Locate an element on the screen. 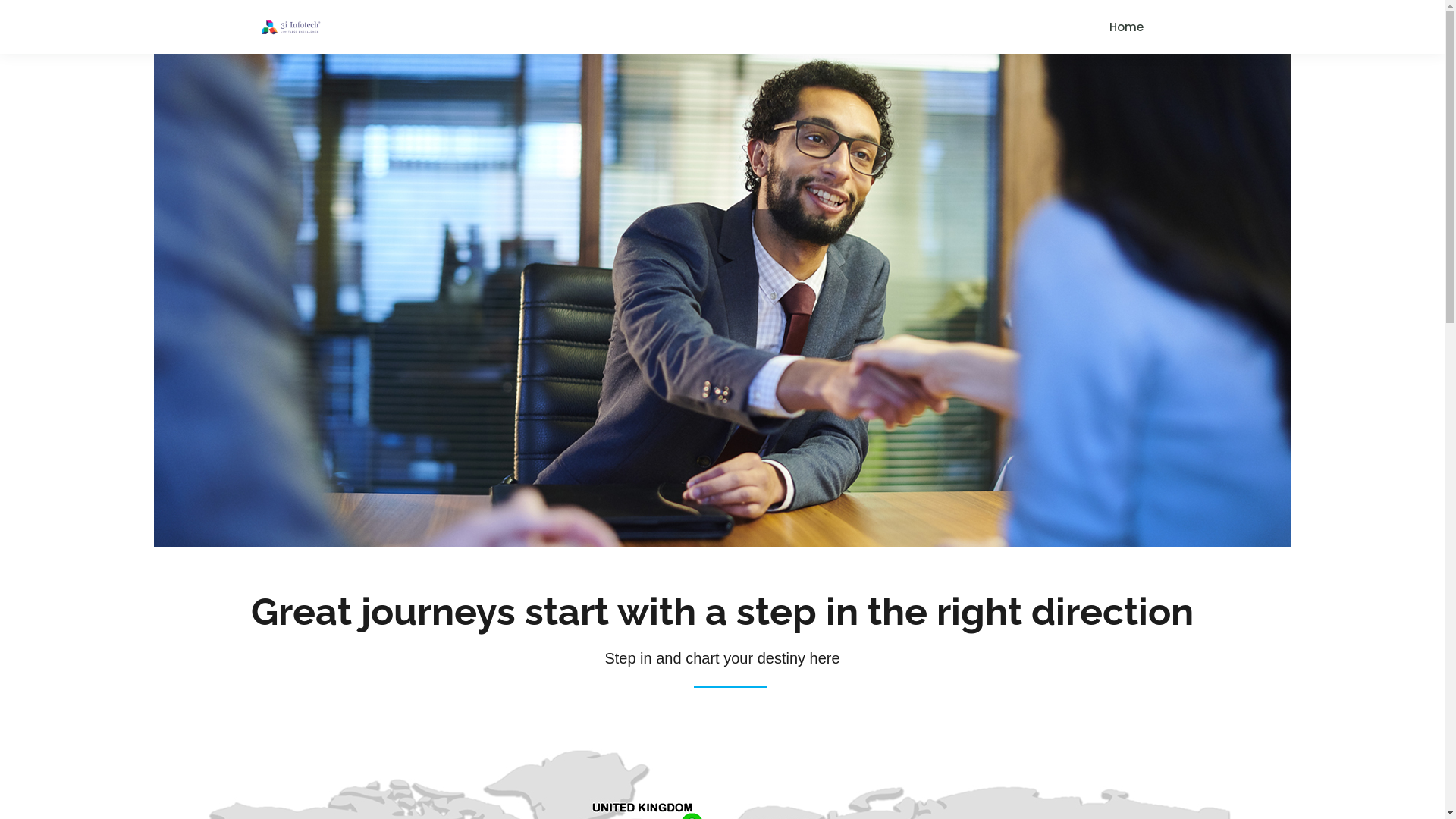  'Home' is located at coordinates (1125, 27).